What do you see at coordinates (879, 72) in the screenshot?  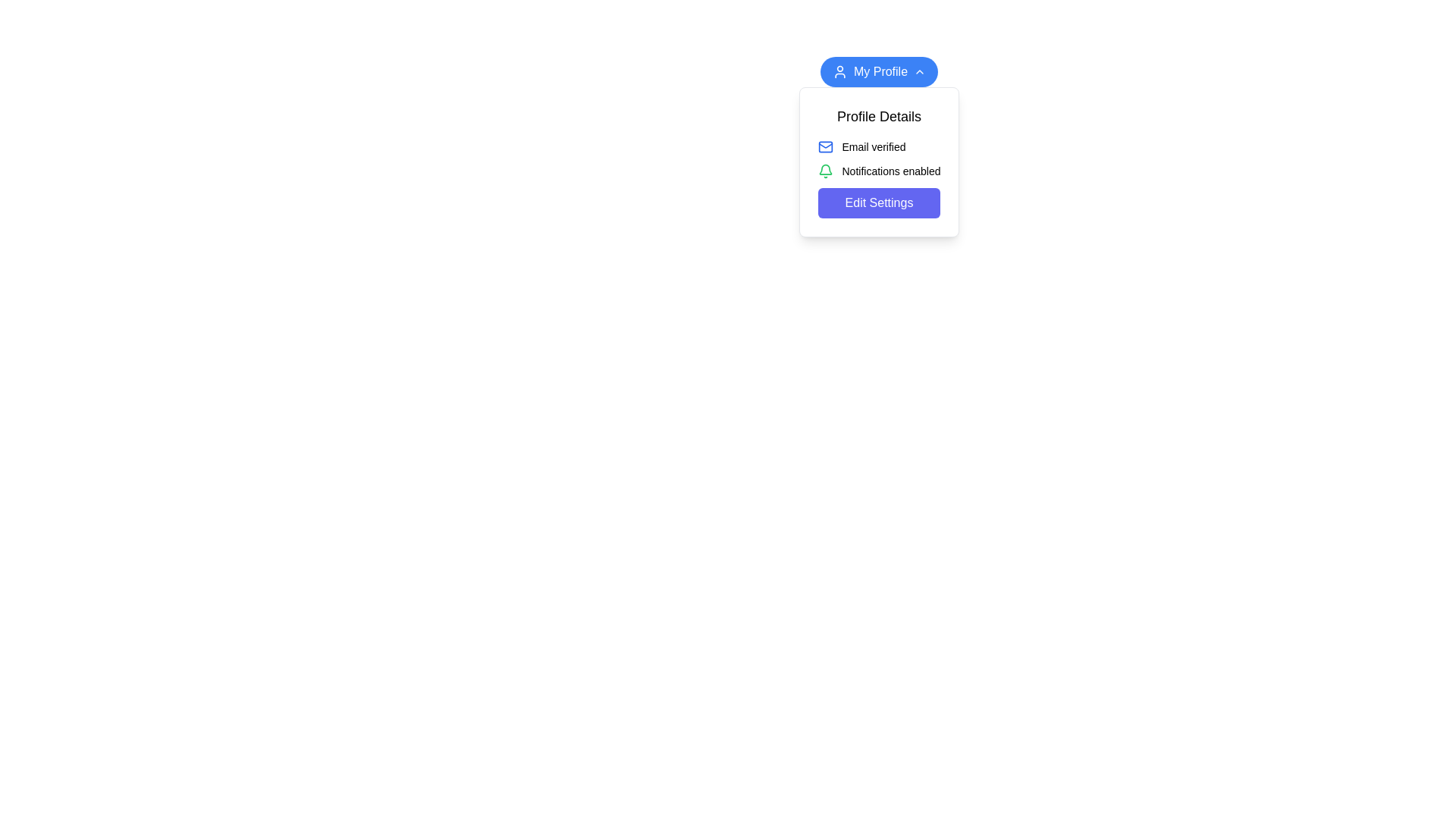 I see `the dropdown button at the top of the 'Profile Details' menu` at bounding box center [879, 72].